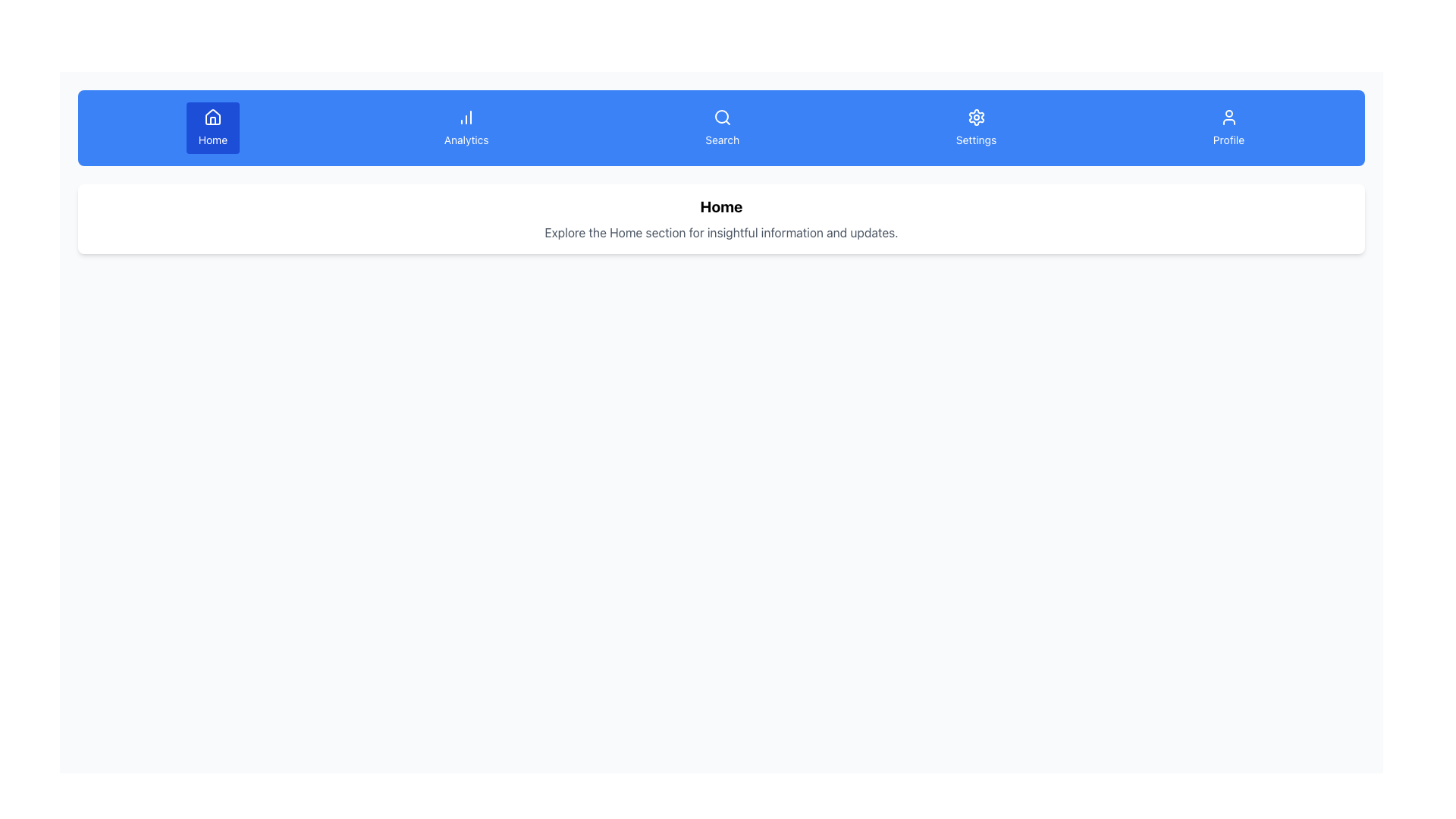 This screenshot has width=1456, height=819. I want to click on the blue rectangular button labeled 'Profile', which is the last button in a row of five options at the top of the interface, so click(1228, 127).